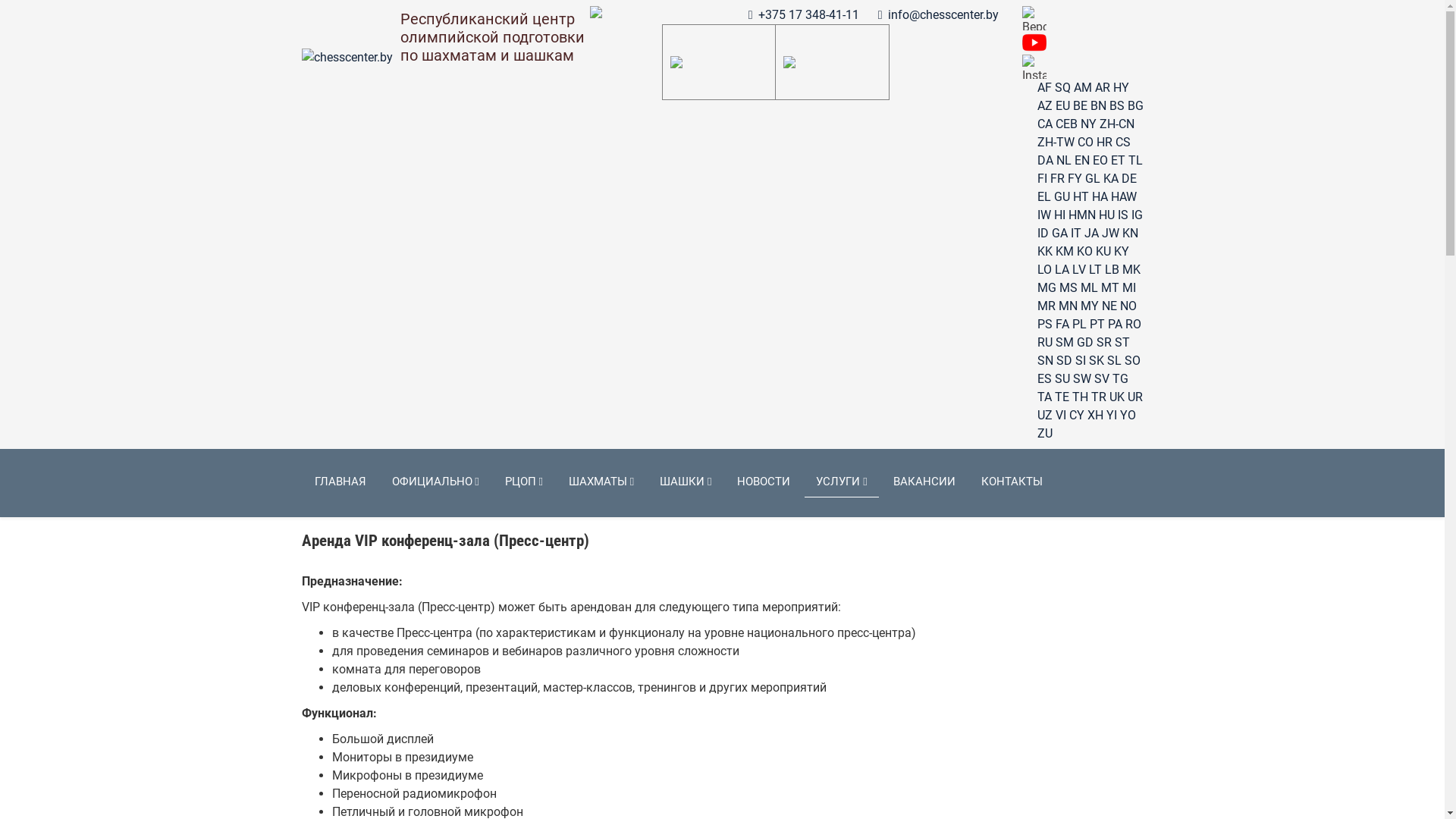 The height and width of the screenshot is (819, 1456). What do you see at coordinates (1103, 87) in the screenshot?
I see `'AR'` at bounding box center [1103, 87].